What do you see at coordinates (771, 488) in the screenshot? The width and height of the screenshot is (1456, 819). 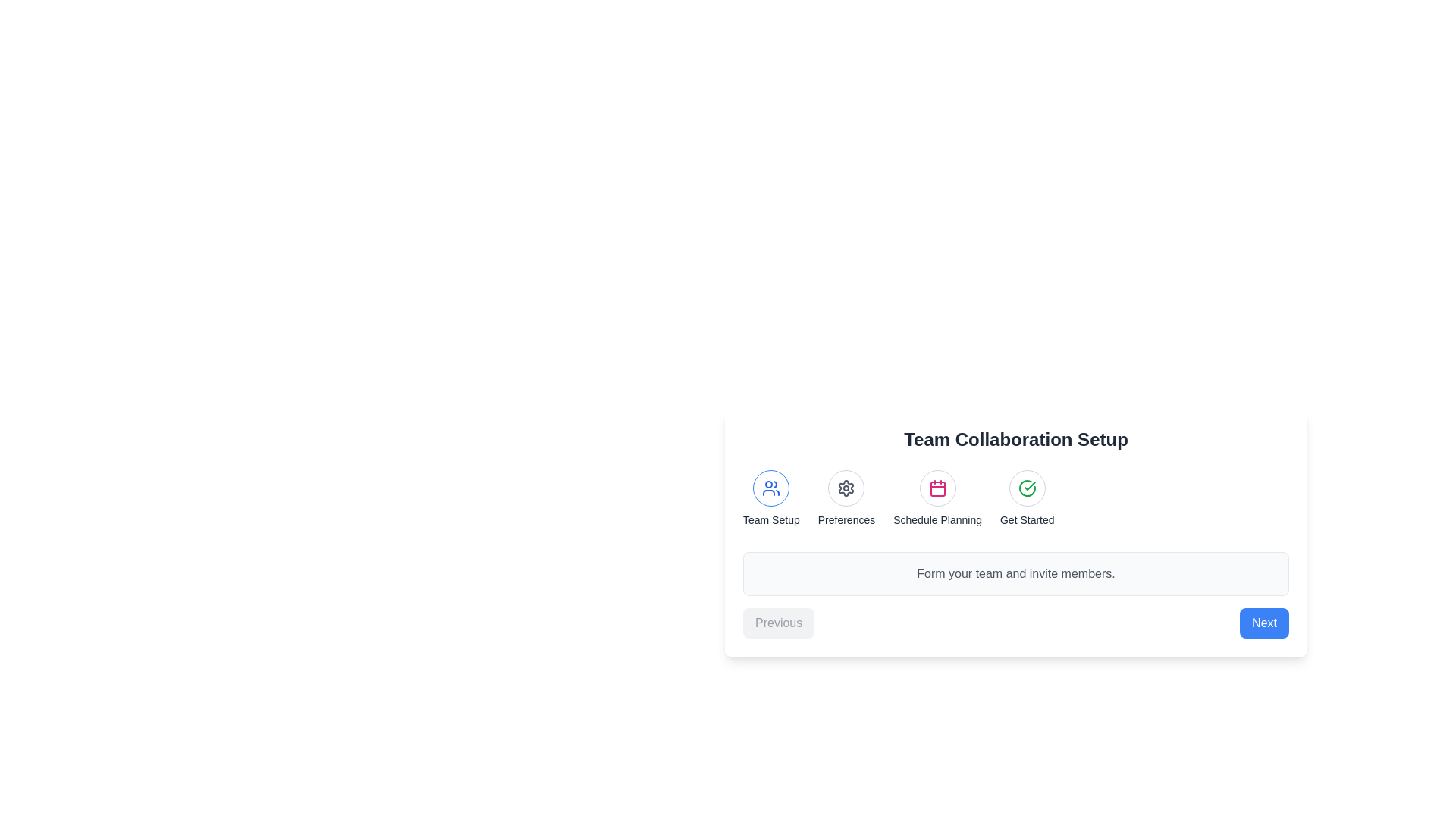 I see `the blue icon button representing a group of individuals with the label 'Team Setup'` at bounding box center [771, 488].